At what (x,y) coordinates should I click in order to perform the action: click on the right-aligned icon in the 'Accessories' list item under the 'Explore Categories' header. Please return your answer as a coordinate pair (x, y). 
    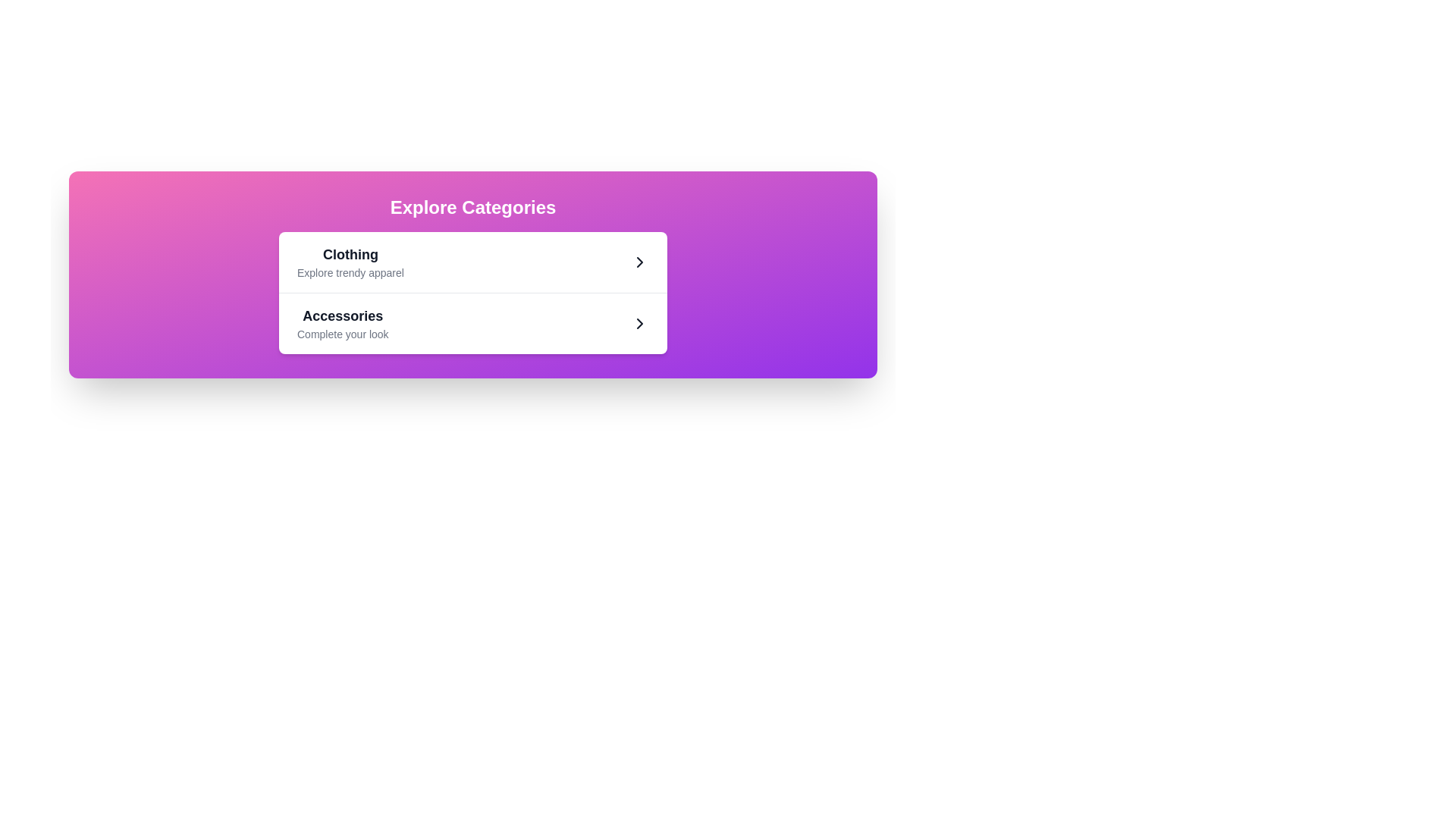
    Looking at the image, I should click on (640, 323).